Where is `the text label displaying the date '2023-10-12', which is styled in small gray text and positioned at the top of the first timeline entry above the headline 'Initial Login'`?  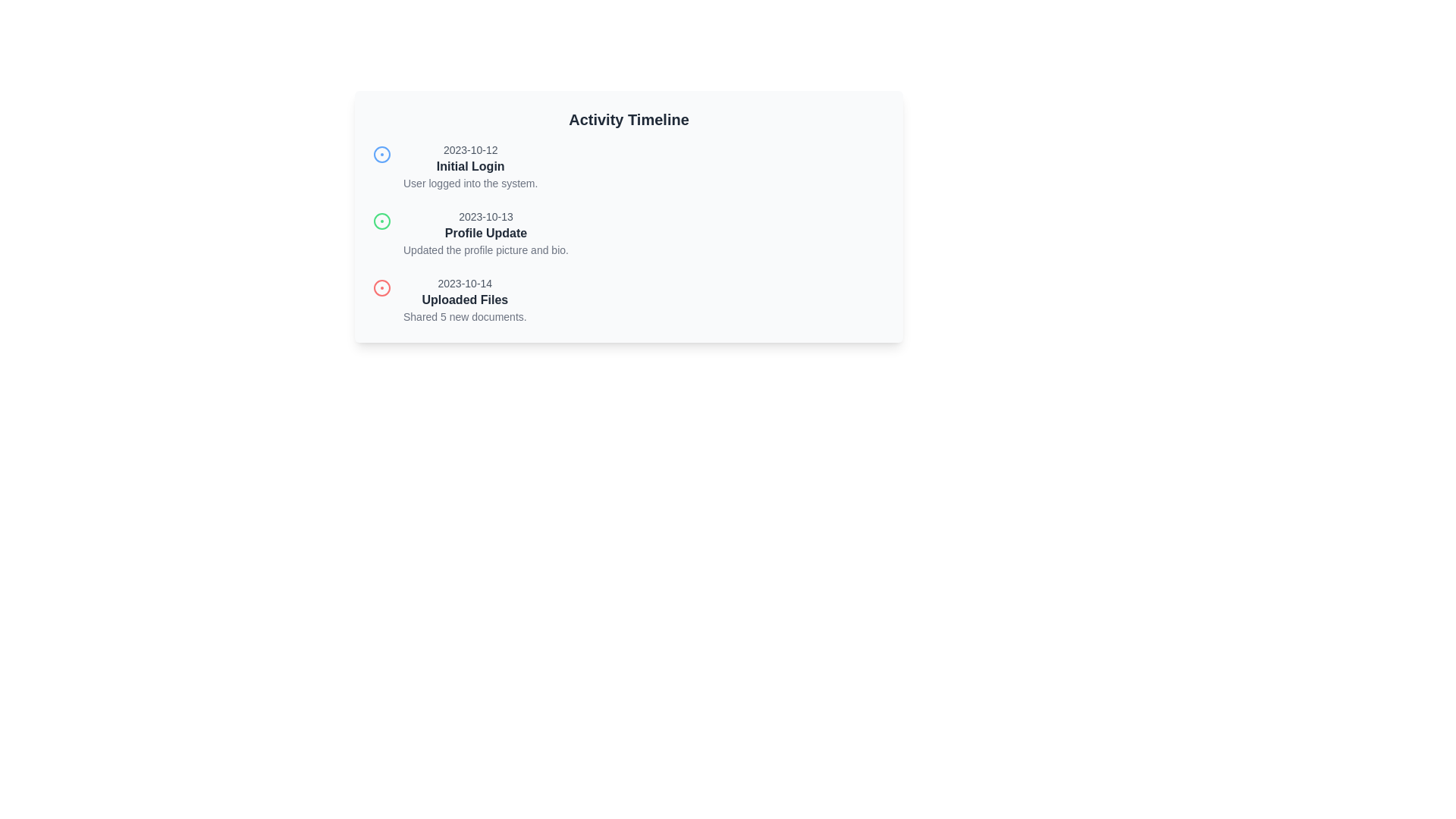
the text label displaying the date '2023-10-12', which is styled in small gray text and positioned at the top of the first timeline entry above the headline 'Initial Login' is located at coordinates (469, 149).